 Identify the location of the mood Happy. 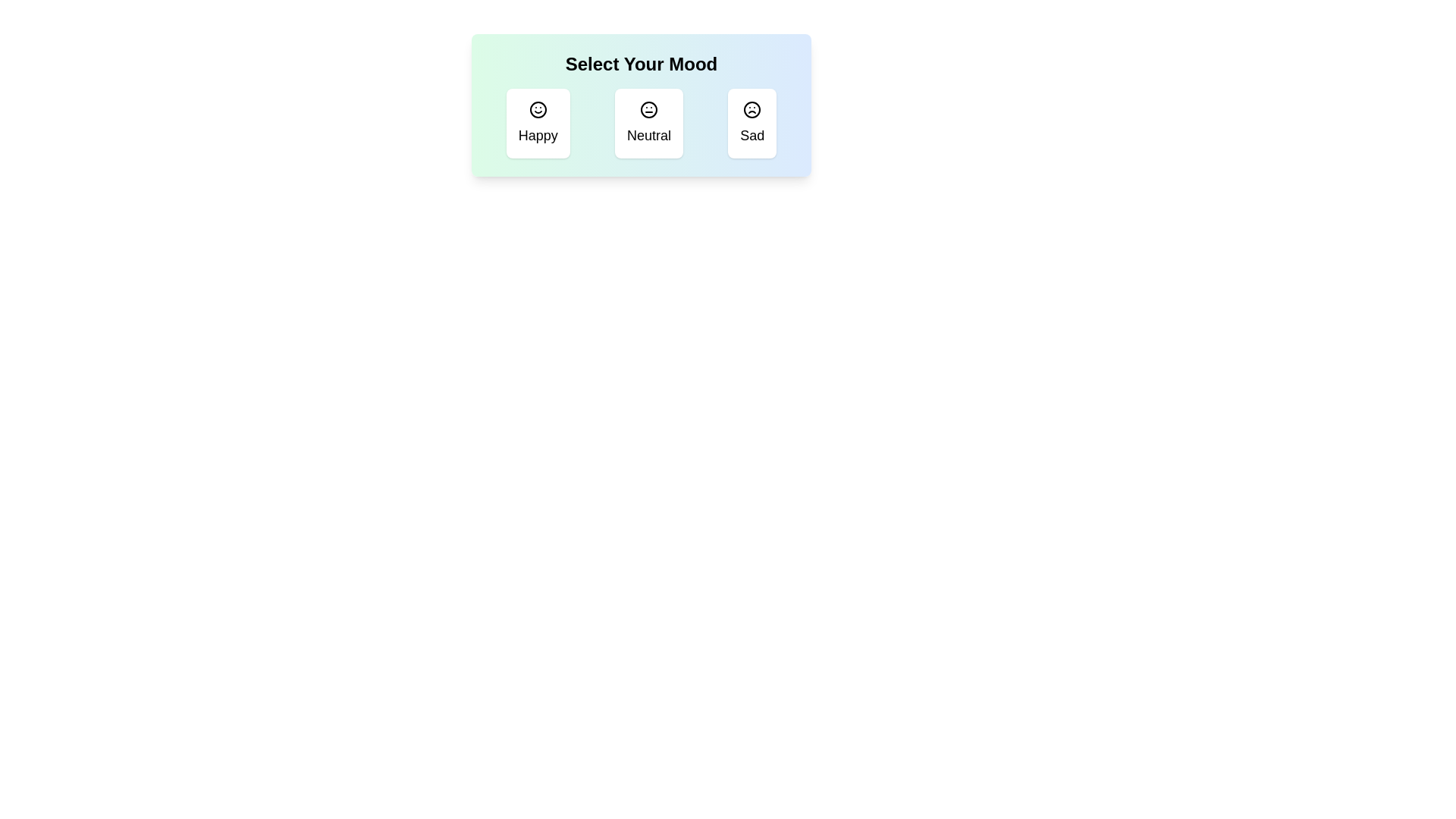
(538, 122).